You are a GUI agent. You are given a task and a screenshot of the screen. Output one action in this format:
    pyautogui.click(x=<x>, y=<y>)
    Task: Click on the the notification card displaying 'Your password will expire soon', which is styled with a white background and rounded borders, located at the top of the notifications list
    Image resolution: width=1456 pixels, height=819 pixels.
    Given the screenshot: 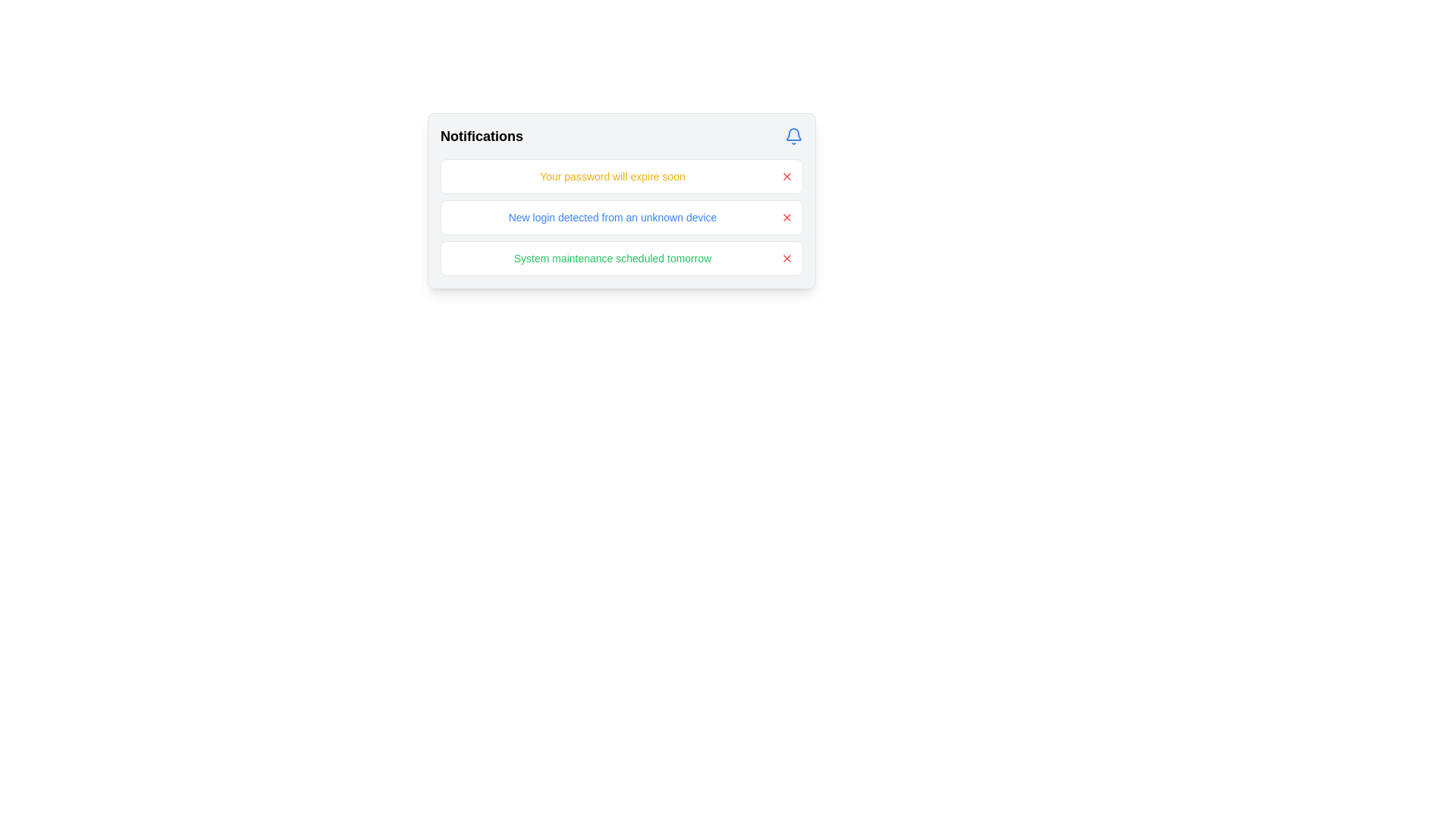 What is the action you would take?
    pyautogui.click(x=622, y=175)
    